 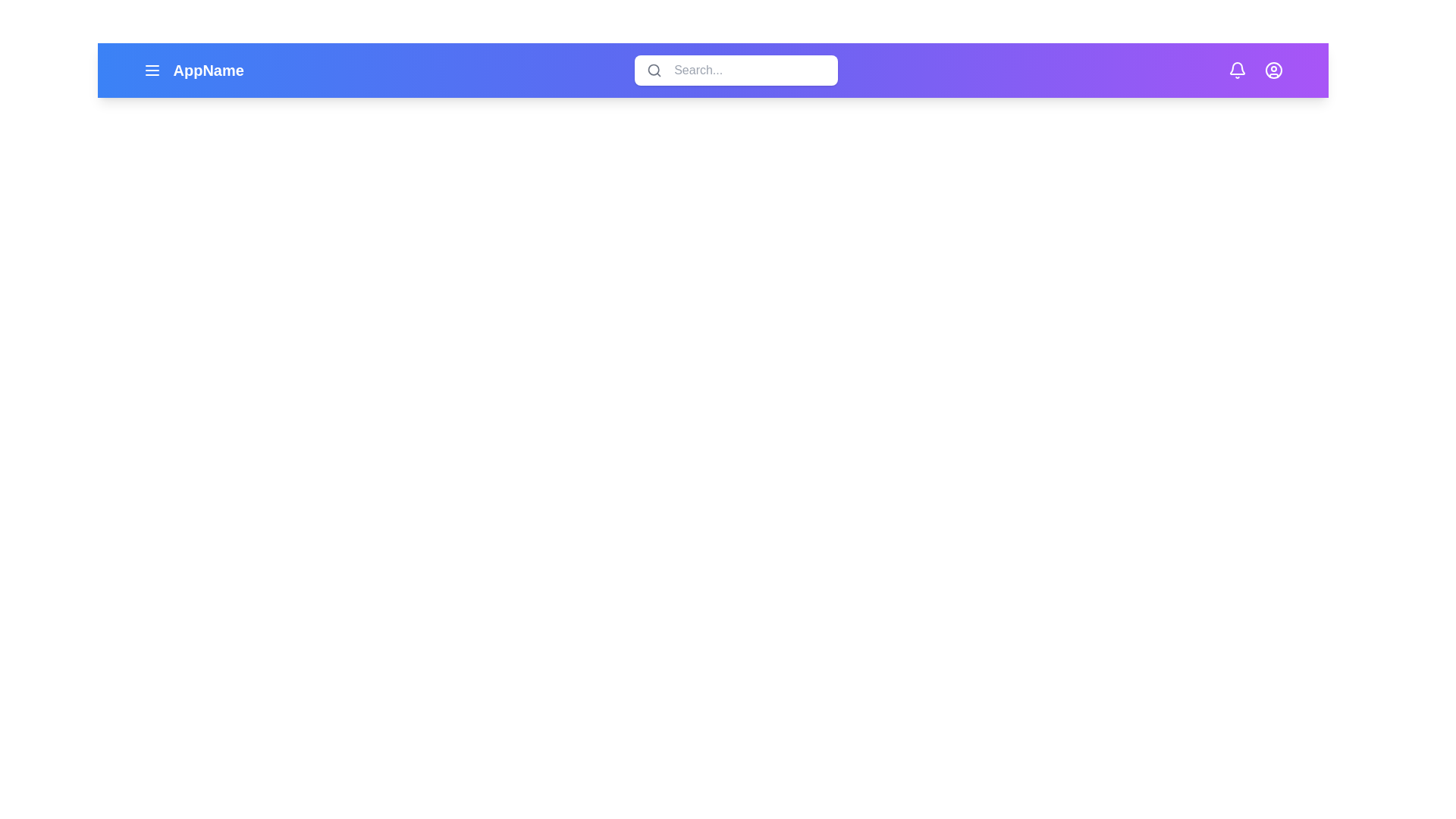 I want to click on the menu icon to observe hover effects, so click(x=152, y=70).